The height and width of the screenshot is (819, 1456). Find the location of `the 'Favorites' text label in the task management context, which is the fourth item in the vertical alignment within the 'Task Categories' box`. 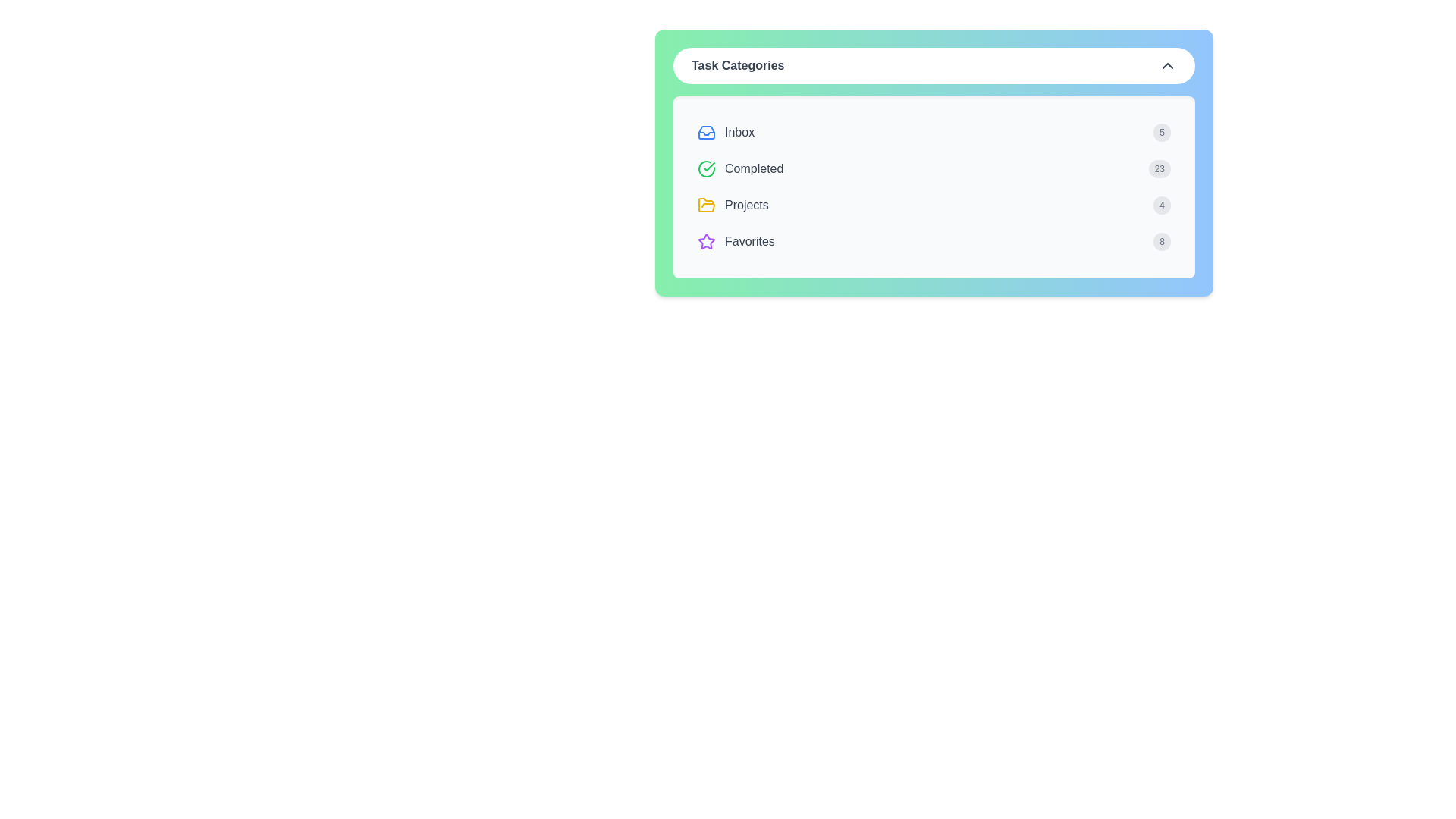

the 'Favorites' text label in the task management context, which is the fourth item in the vertical alignment within the 'Task Categories' box is located at coordinates (749, 241).